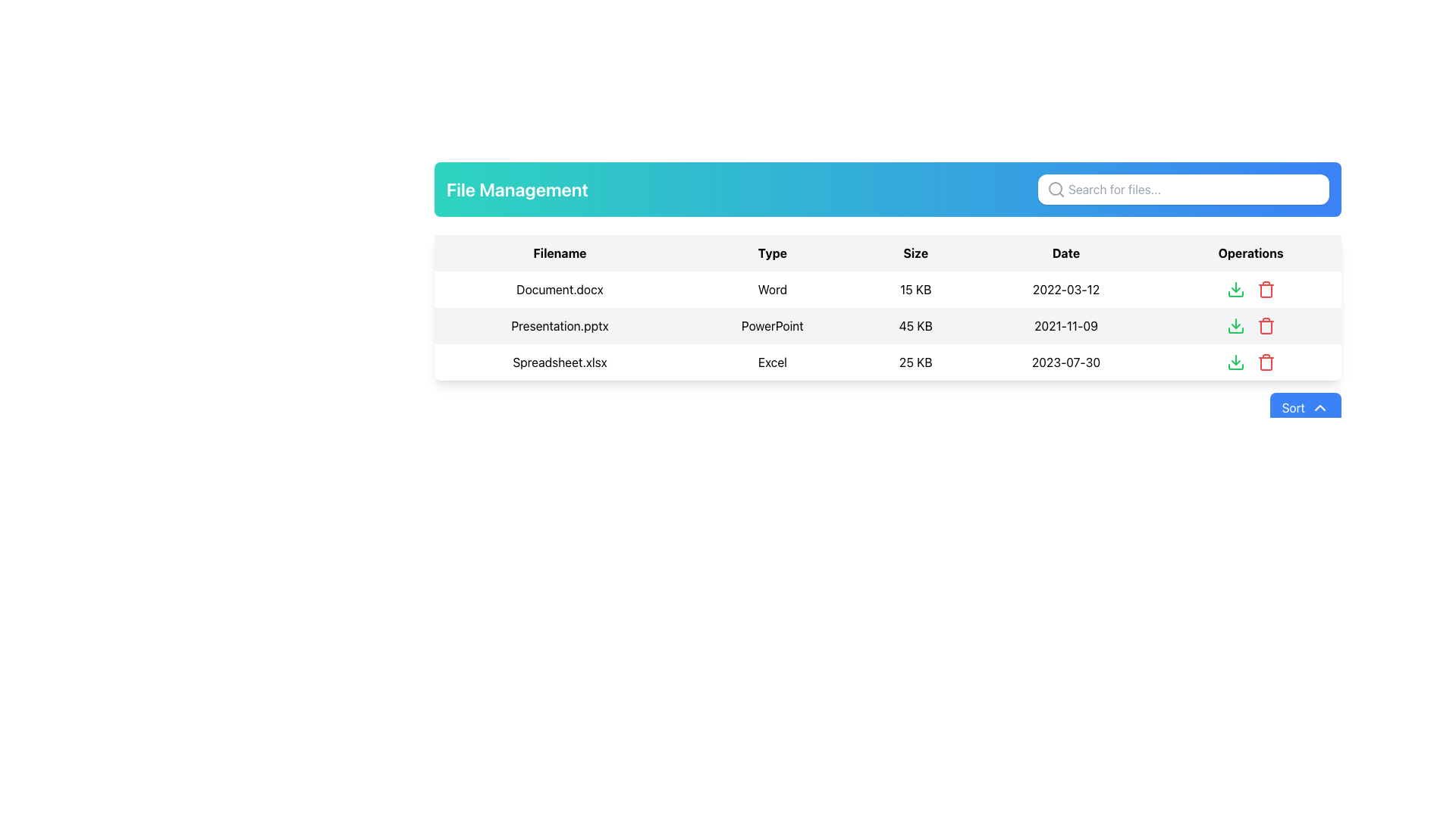 The width and height of the screenshot is (1456, 819). Describe the element at coordinates (915, 253) in the screenshot. I see `the 'Size' table header, a bold text label in black font, which is the third column header in the table, located between the 'Type' and 'Date' headers` at that location.